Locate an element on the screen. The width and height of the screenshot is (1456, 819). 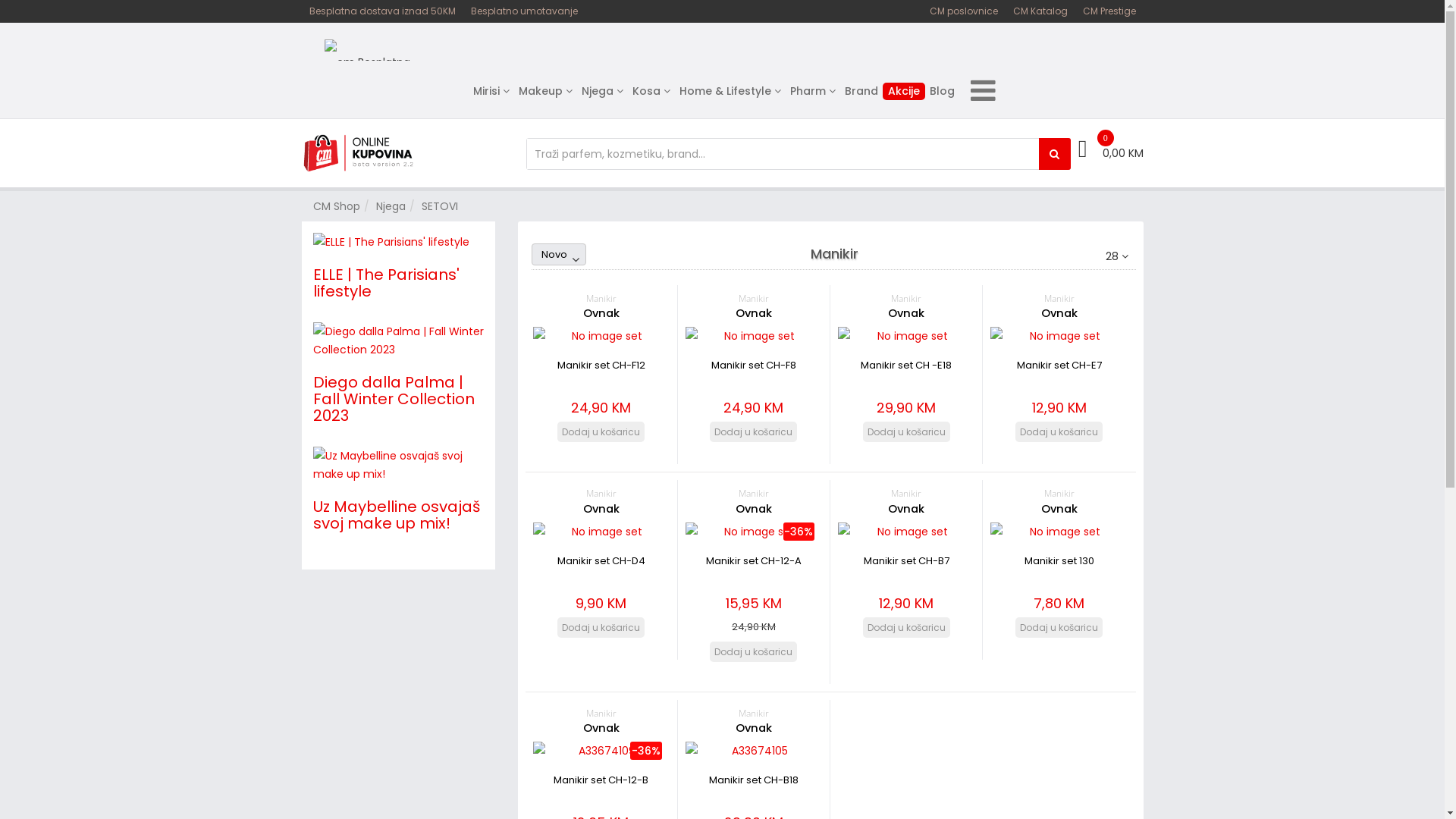
'Manikir set CH -E18' is located at coordinates (906, 365).